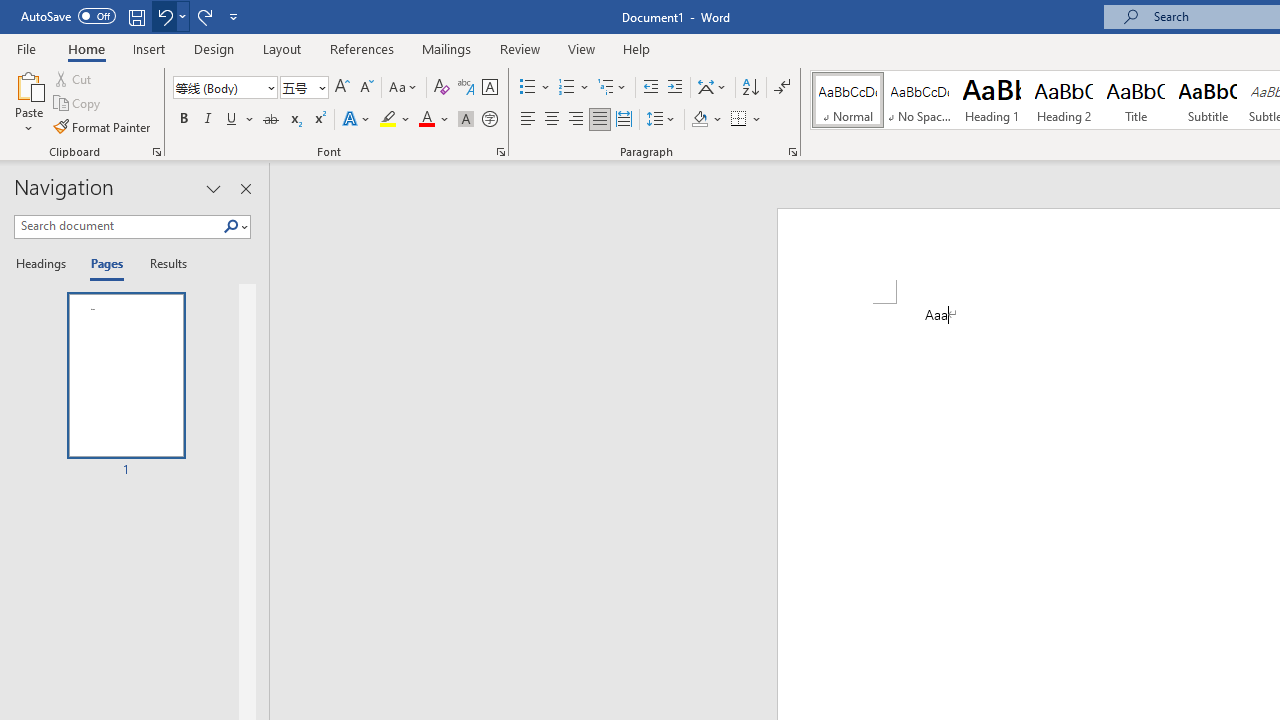 Image resolution: width=1280 pixels, height=720 pixels. Describe the element at coordinates (464, 86) in the screenshot. I see `'Phonetic Guide...'` at that location.